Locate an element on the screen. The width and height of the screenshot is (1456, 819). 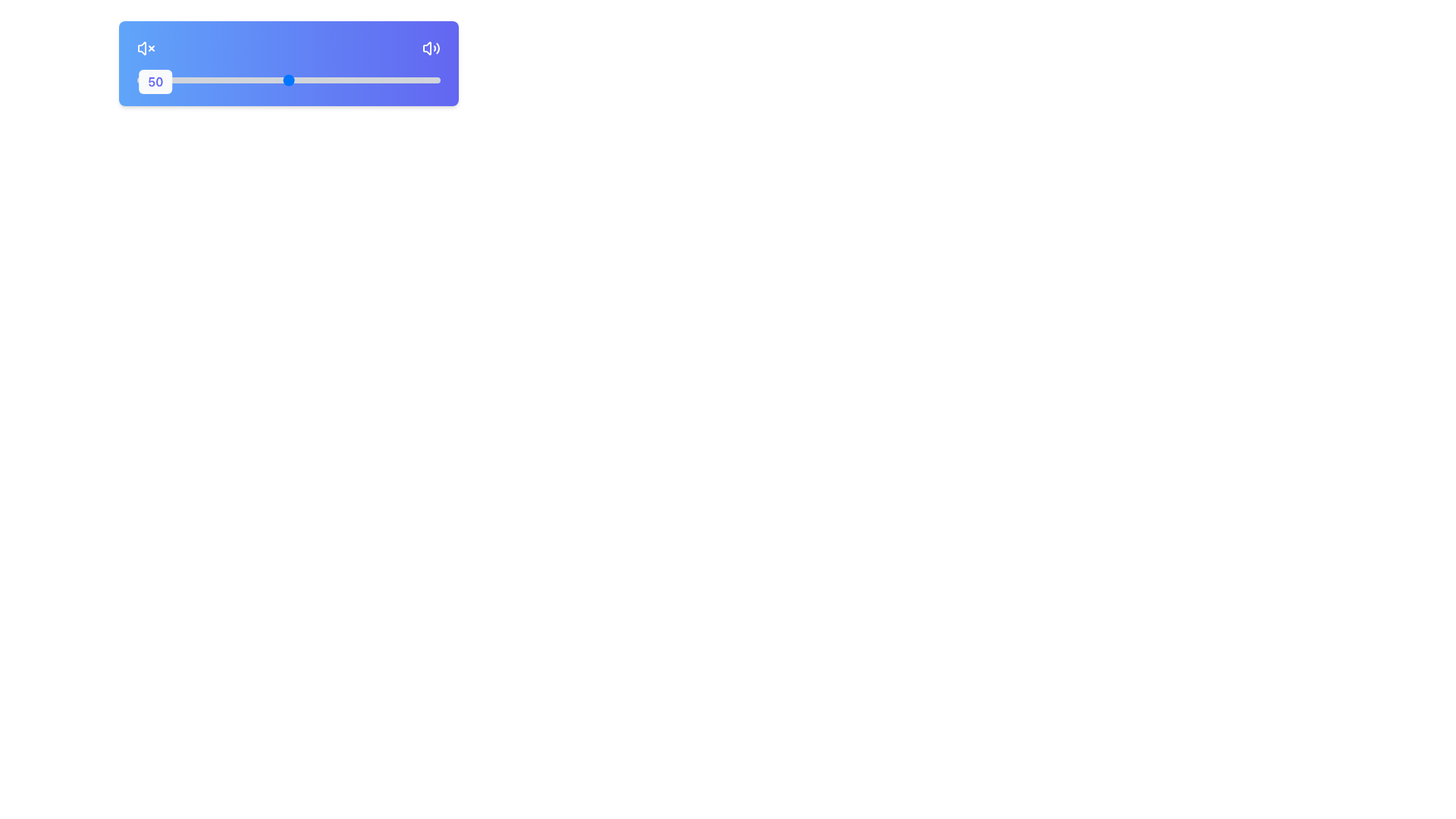
the slider value is located at coordinates (364, 80).